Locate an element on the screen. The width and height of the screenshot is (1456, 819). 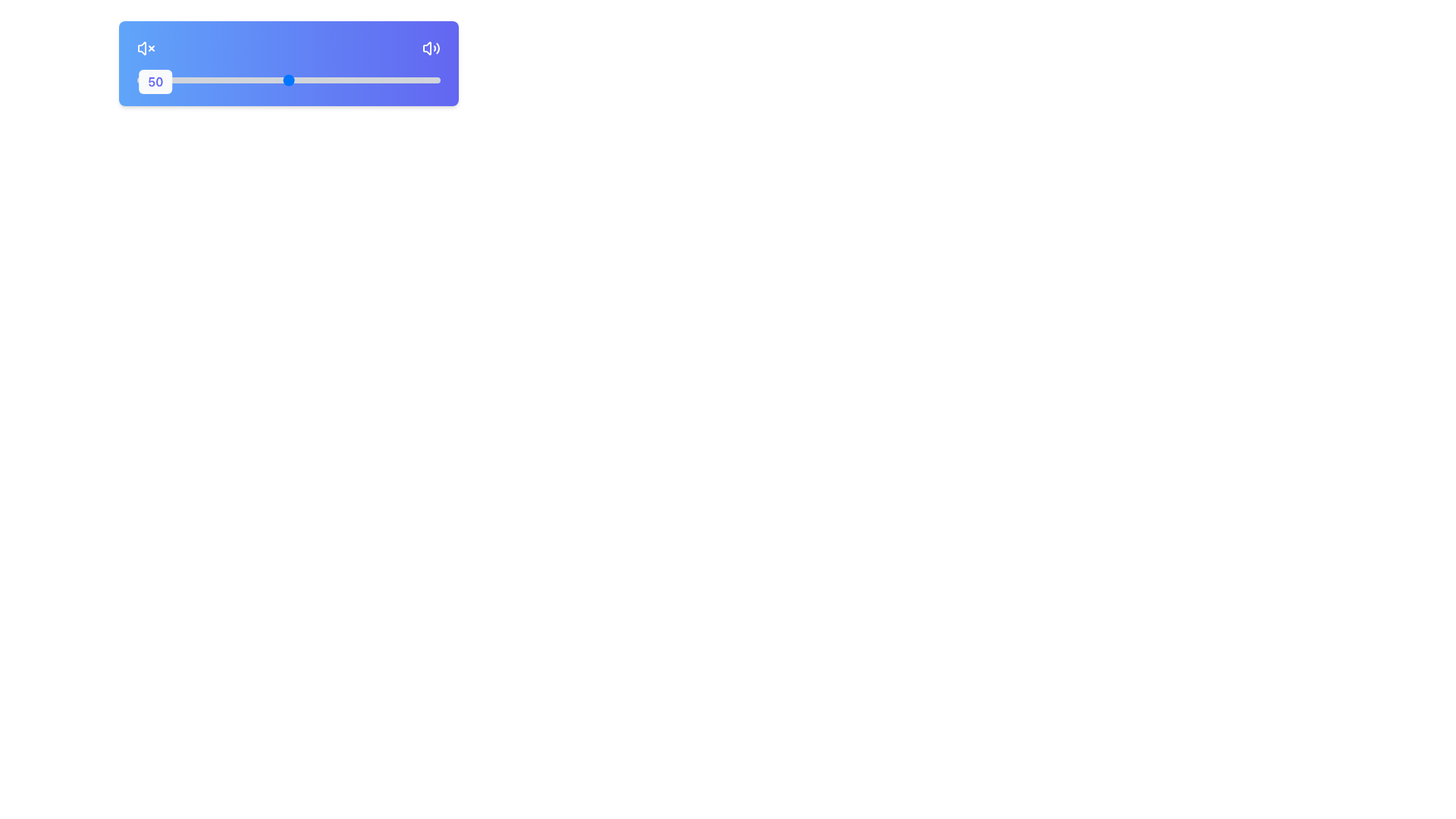
the slider value is located at coordinates (364, 80).